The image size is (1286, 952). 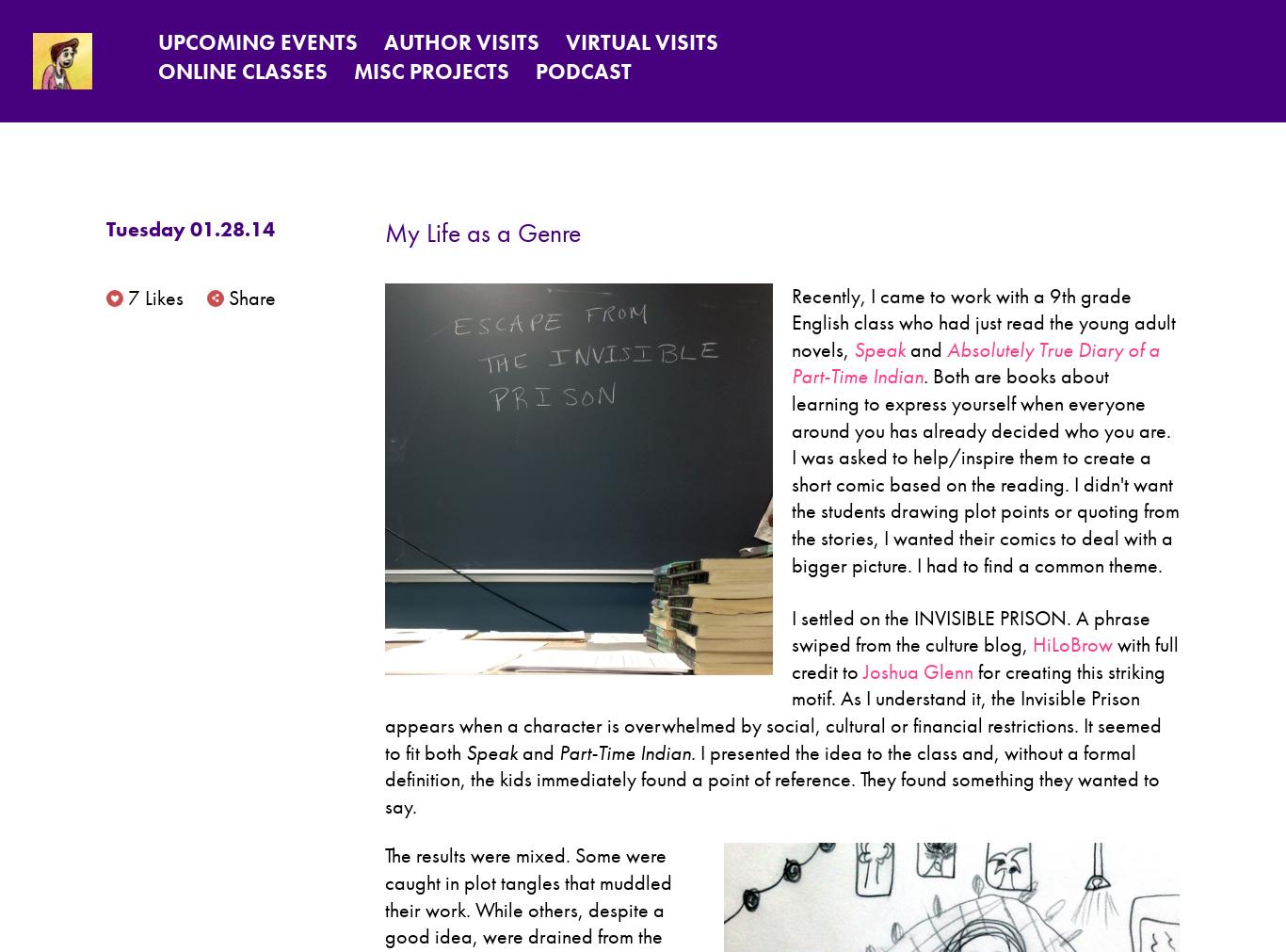 What do you see at coordinates (481, 233) in the screenshot?
I see `'My Life as a Genre'` at bounding box center [481, 233].